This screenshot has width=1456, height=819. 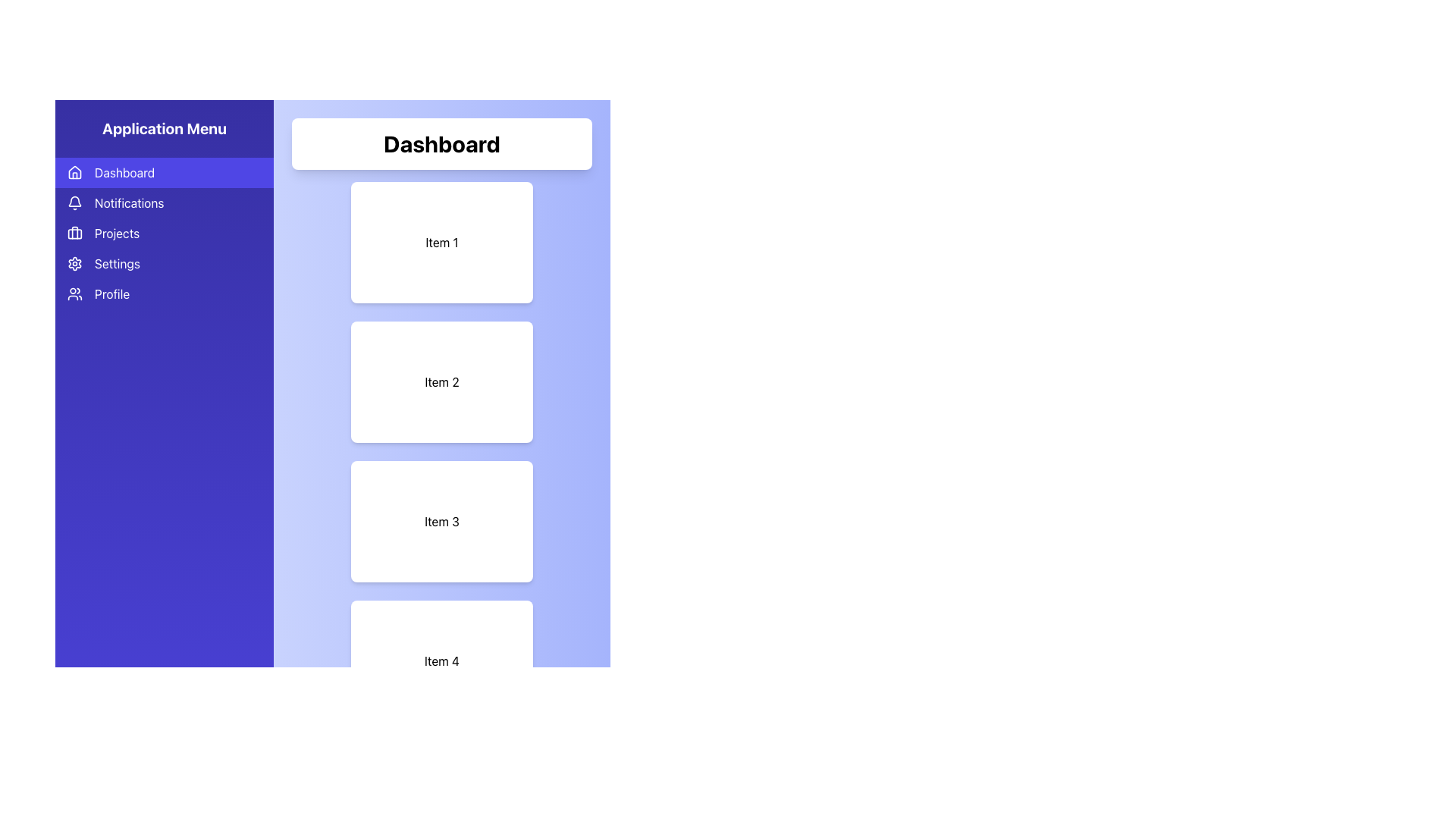 I want to click on the 'Profile' icon located in the vertical application menu, which is the last item in the list, positioned to the left of the 'Profile' text label, so click(x=74, y=294).